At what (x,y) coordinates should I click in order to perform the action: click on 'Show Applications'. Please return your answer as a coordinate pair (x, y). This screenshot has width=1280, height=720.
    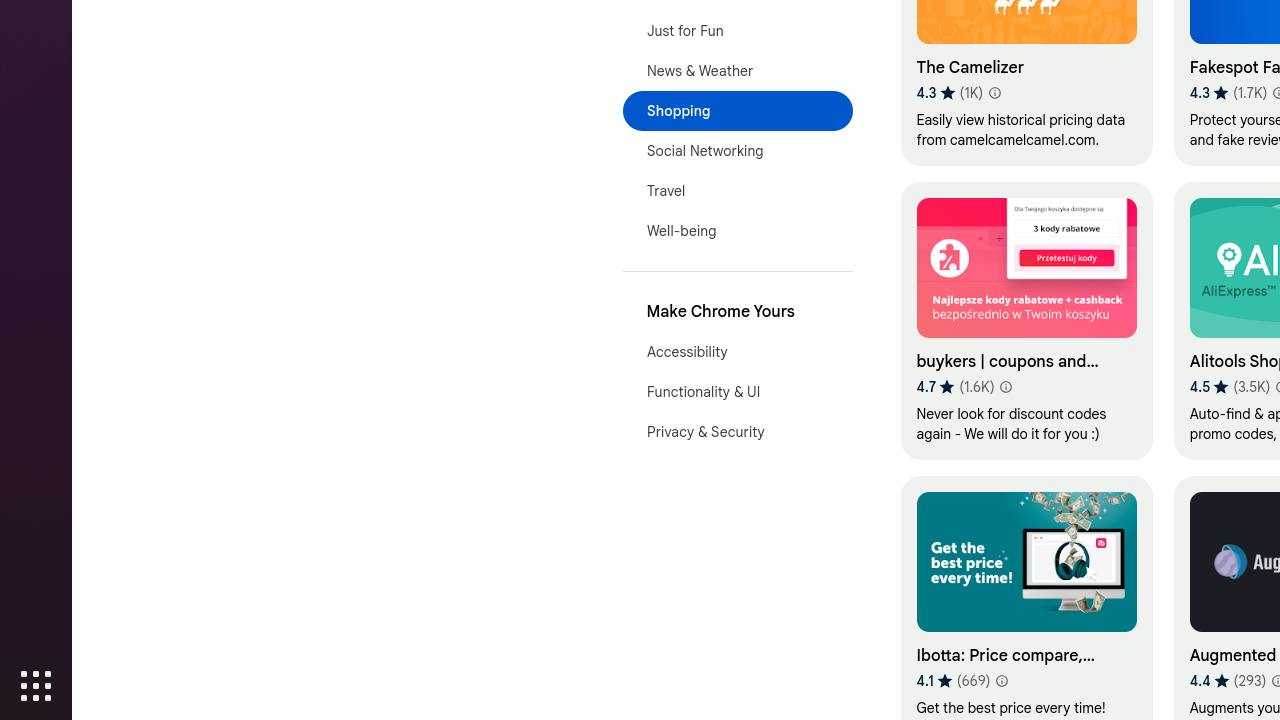
    Looking at the image, I should click on (35, 685).